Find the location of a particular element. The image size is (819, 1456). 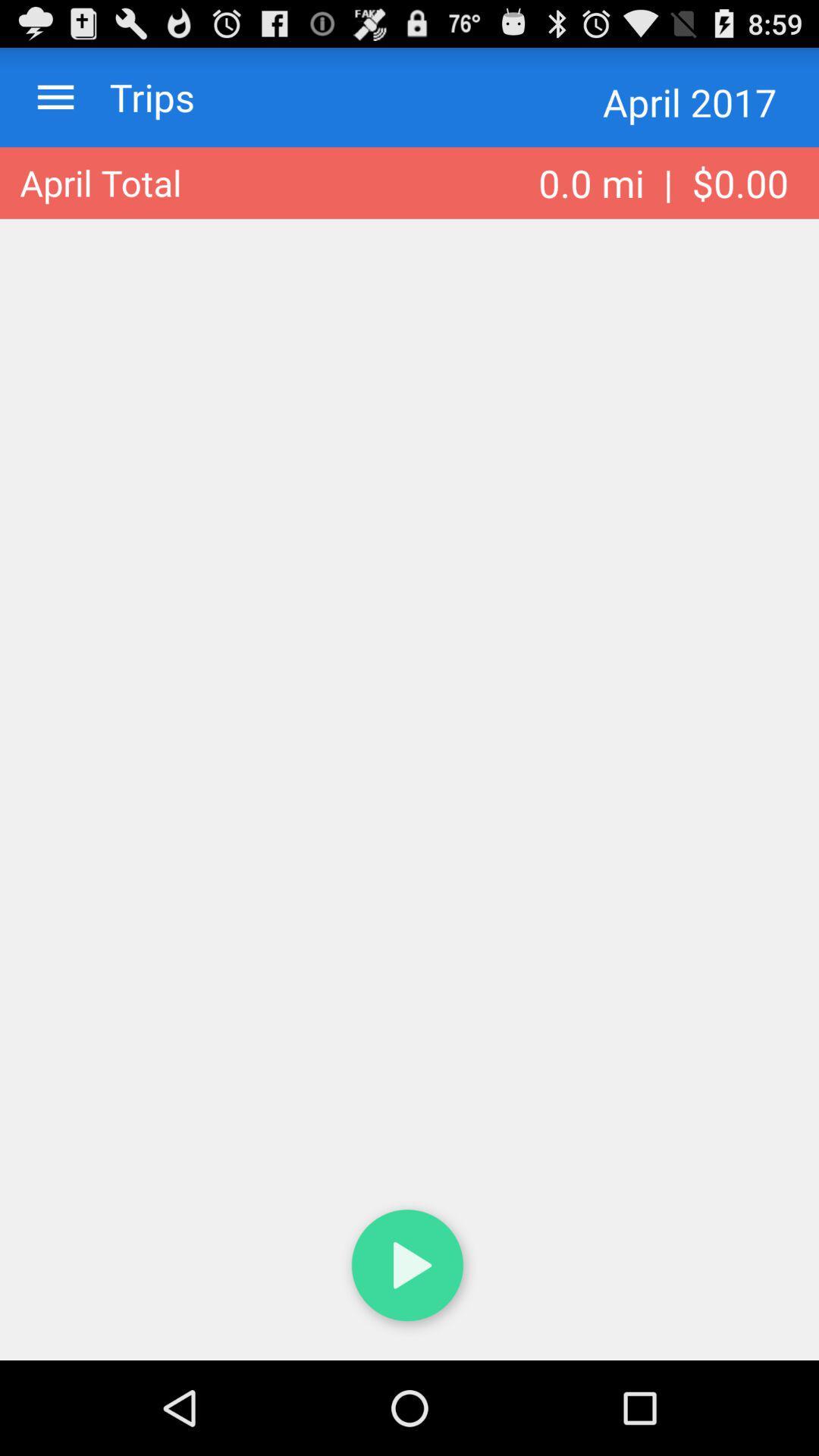

item to the left of the 0 0 mi app is located at coordinates (100, 182).